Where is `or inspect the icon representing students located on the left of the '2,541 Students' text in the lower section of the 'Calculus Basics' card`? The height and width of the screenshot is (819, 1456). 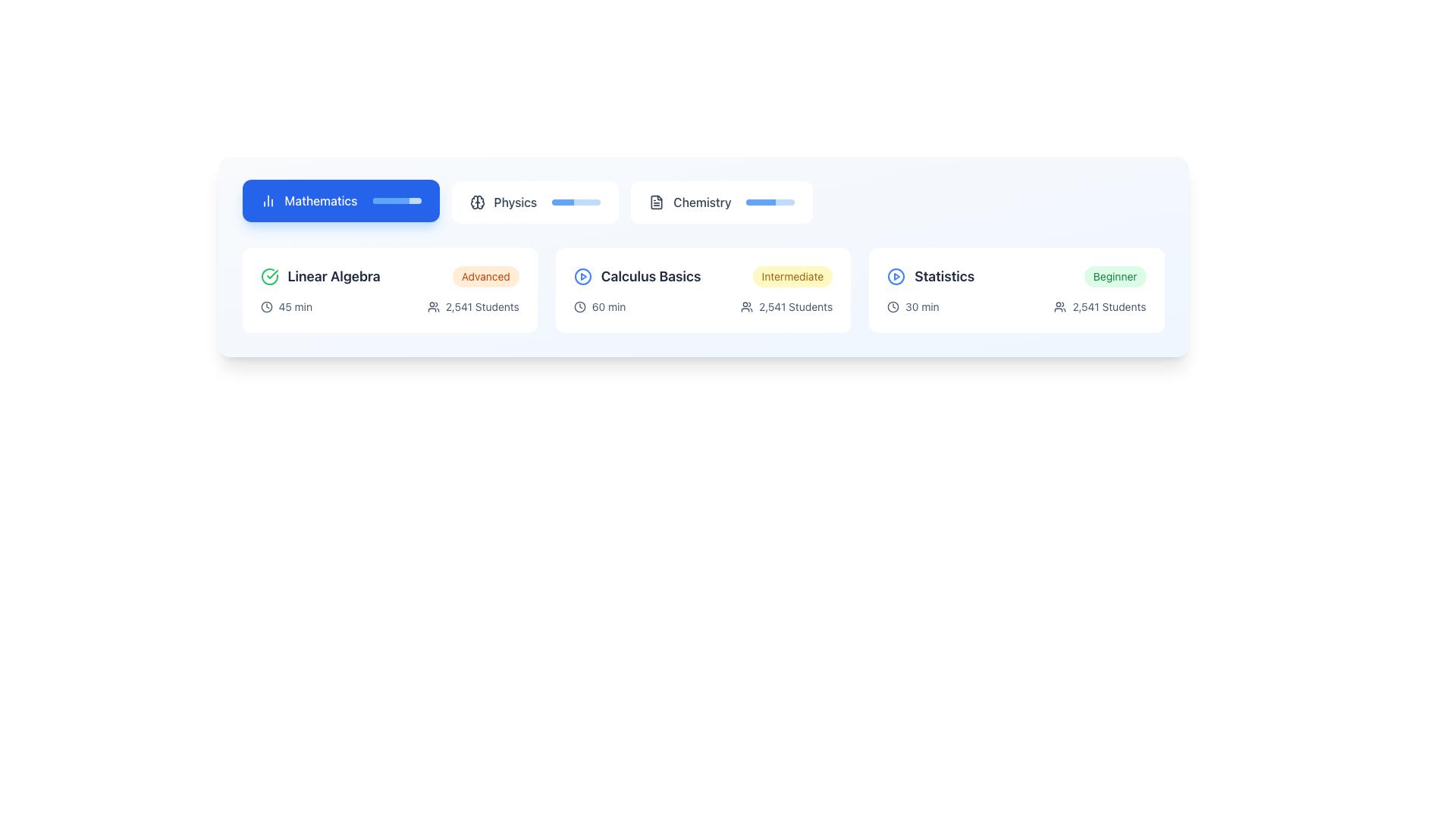
or inspect the icon representing students located on the left of the '2,541 Students' text in the lower section of the 'Calculus Basics' card is located at coordinates (432, 307).